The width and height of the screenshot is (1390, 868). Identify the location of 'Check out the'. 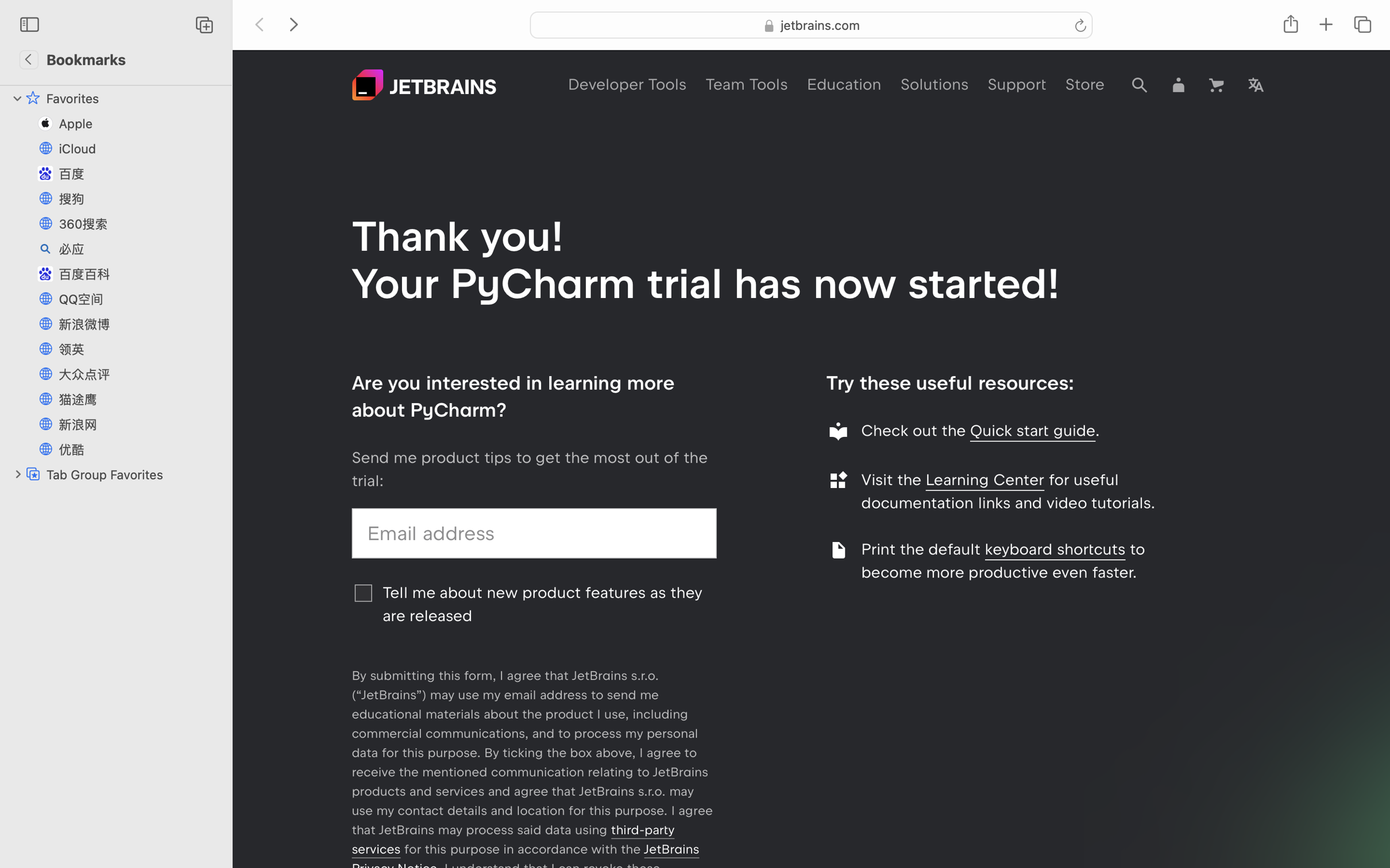
(915, 429).